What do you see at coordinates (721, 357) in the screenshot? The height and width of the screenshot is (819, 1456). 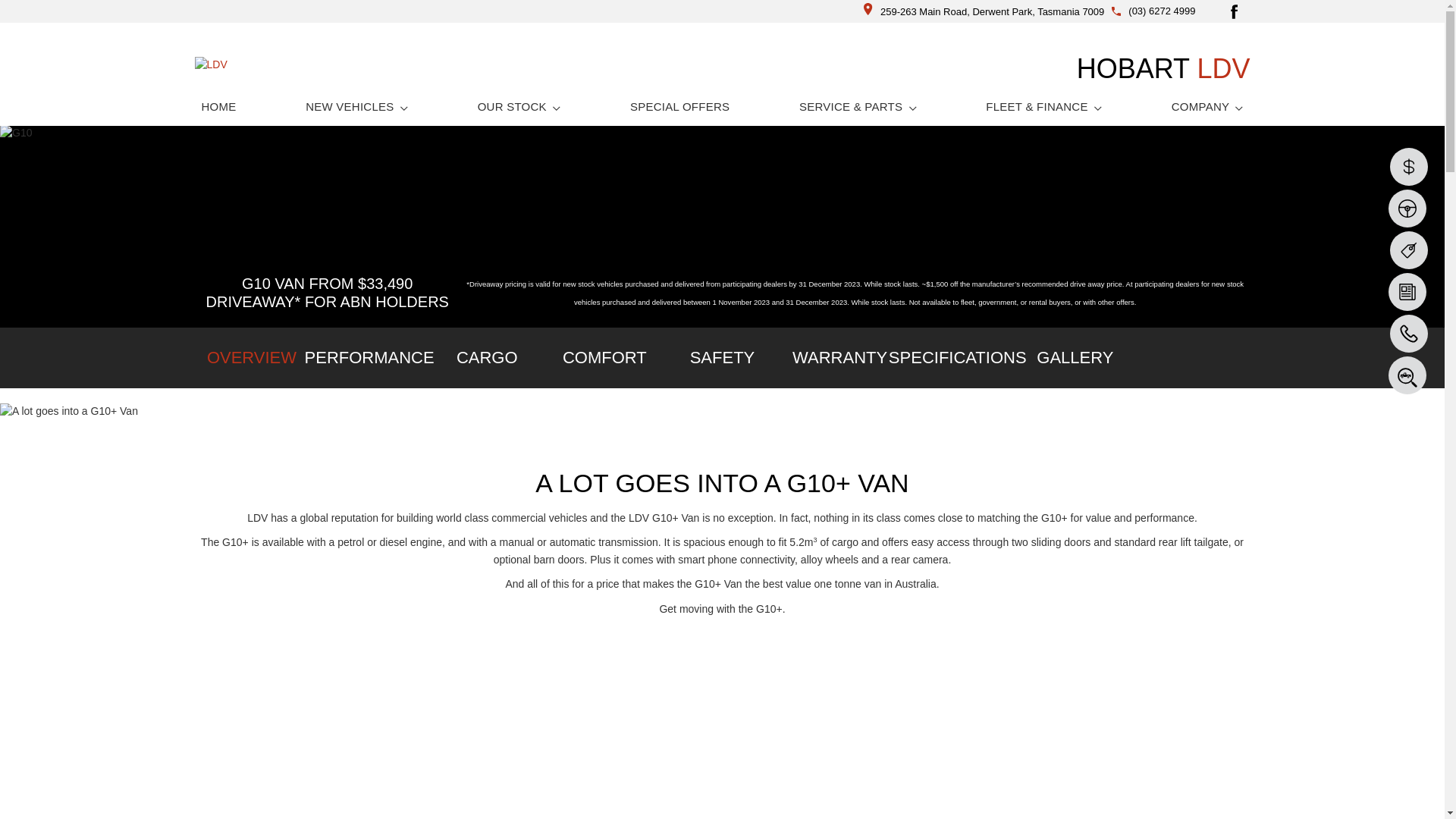 I see `'SAFETY'` at bounding box center [721, 357].